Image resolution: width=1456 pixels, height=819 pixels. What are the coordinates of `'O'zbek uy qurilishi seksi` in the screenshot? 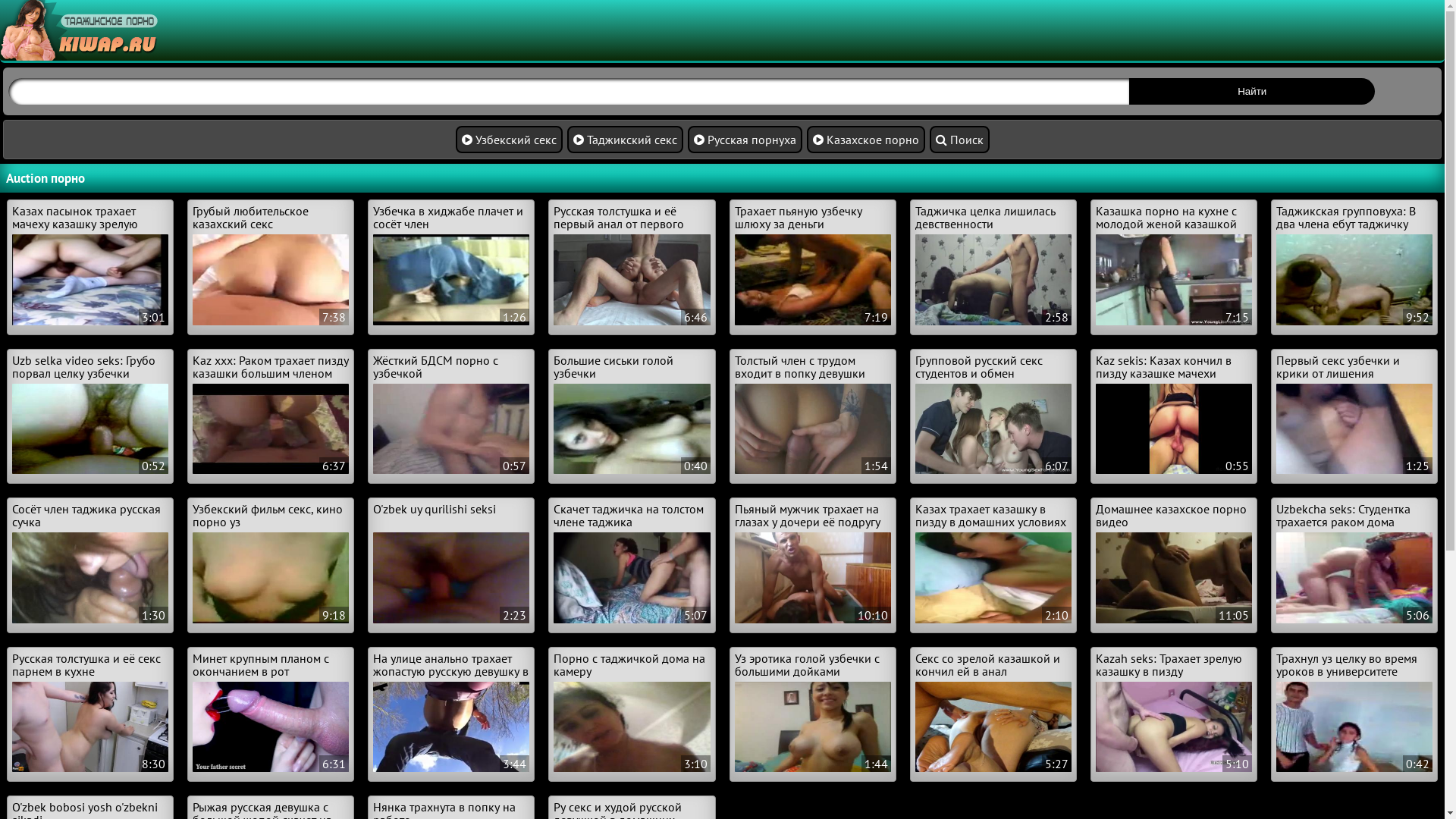 It's located at (450, 563).